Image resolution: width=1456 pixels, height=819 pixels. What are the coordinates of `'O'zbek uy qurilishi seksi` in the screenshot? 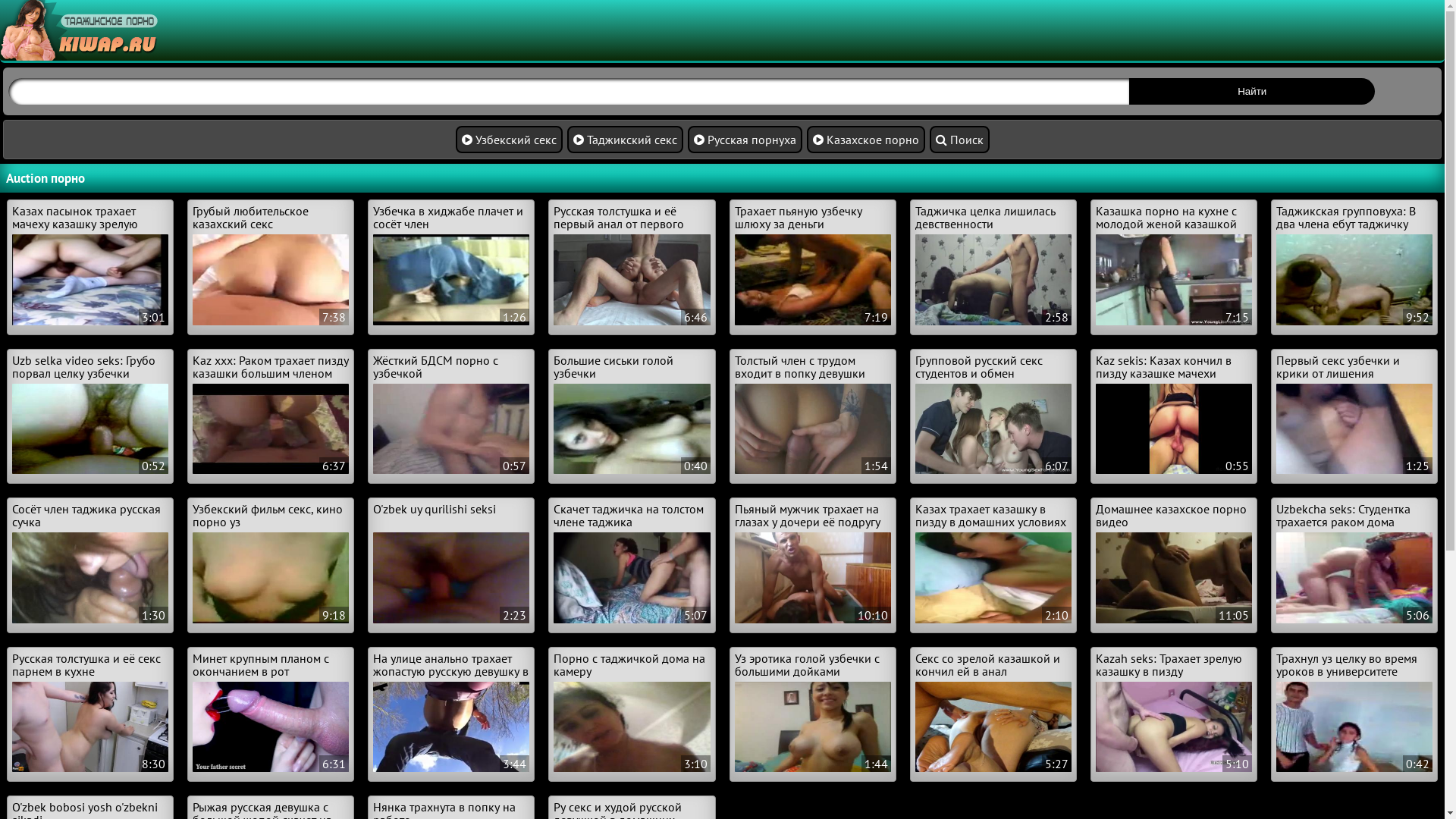 It's located at (450, 563).